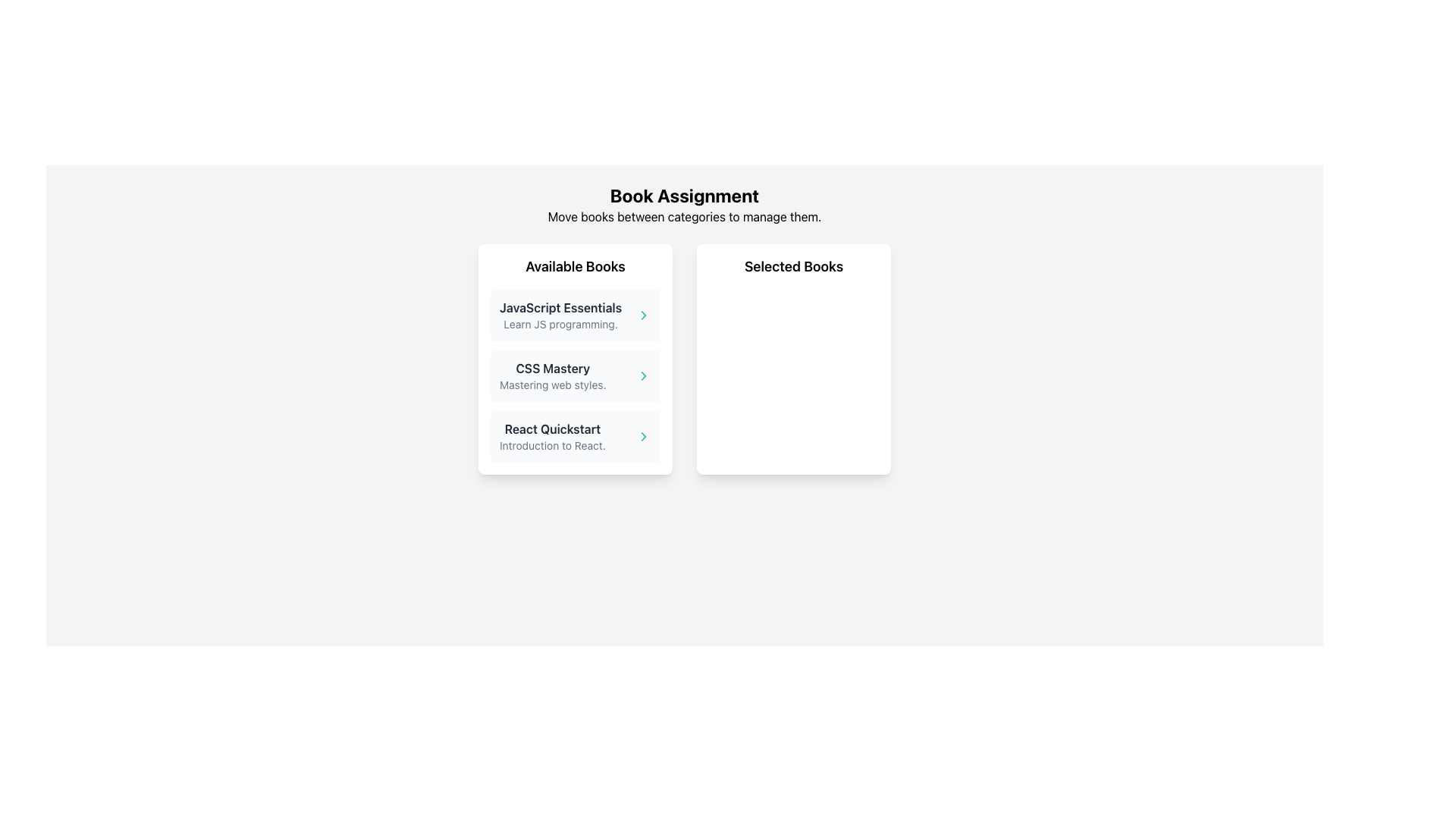  Describe the element at coordinates (644, 436) in the screenshot. I see `the navigation button located at the rightmost edge of the 'React Quickstart' card in the 'Available Books' list` at that location.